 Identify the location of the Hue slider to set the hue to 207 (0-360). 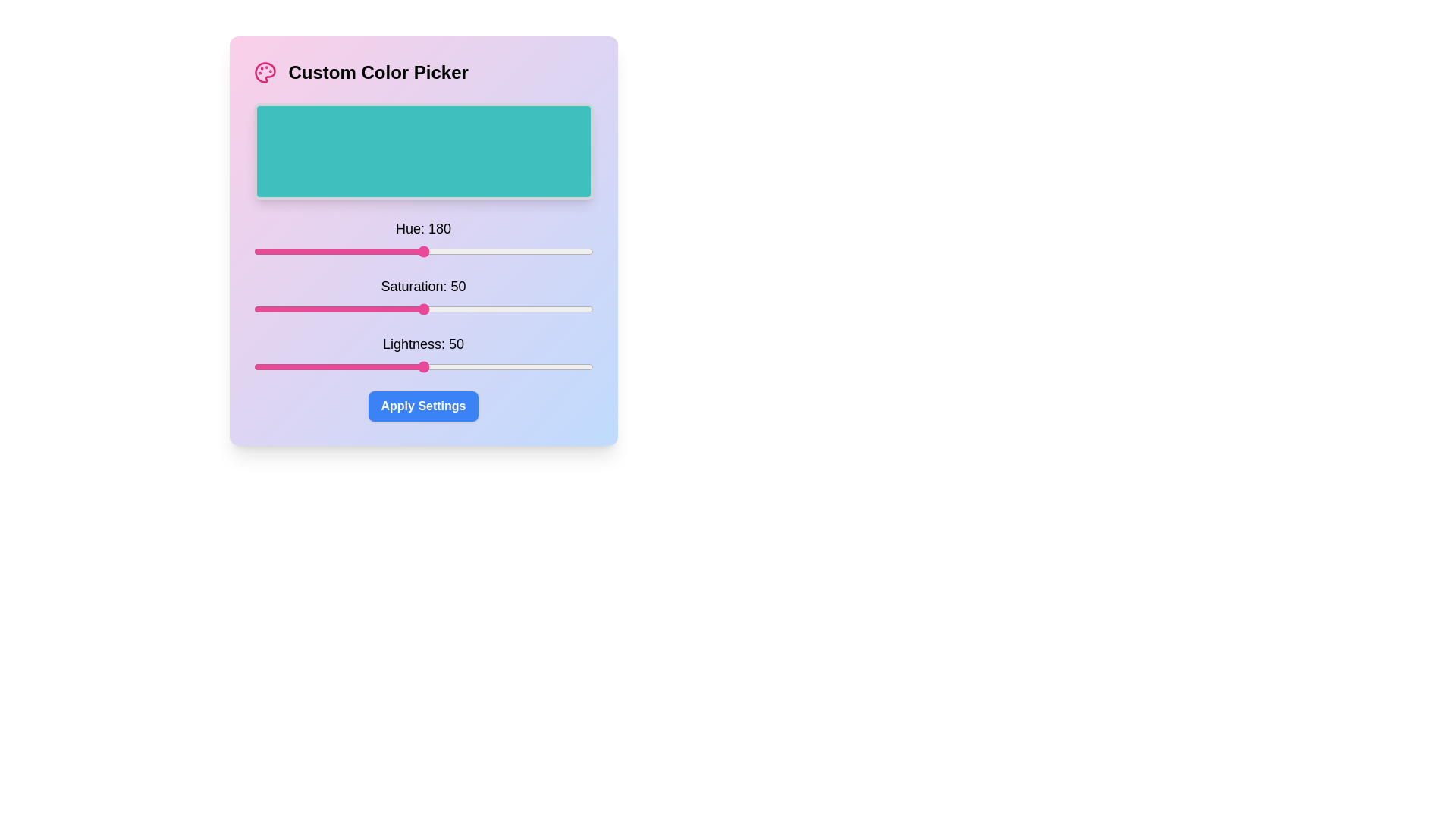
(448, 250).